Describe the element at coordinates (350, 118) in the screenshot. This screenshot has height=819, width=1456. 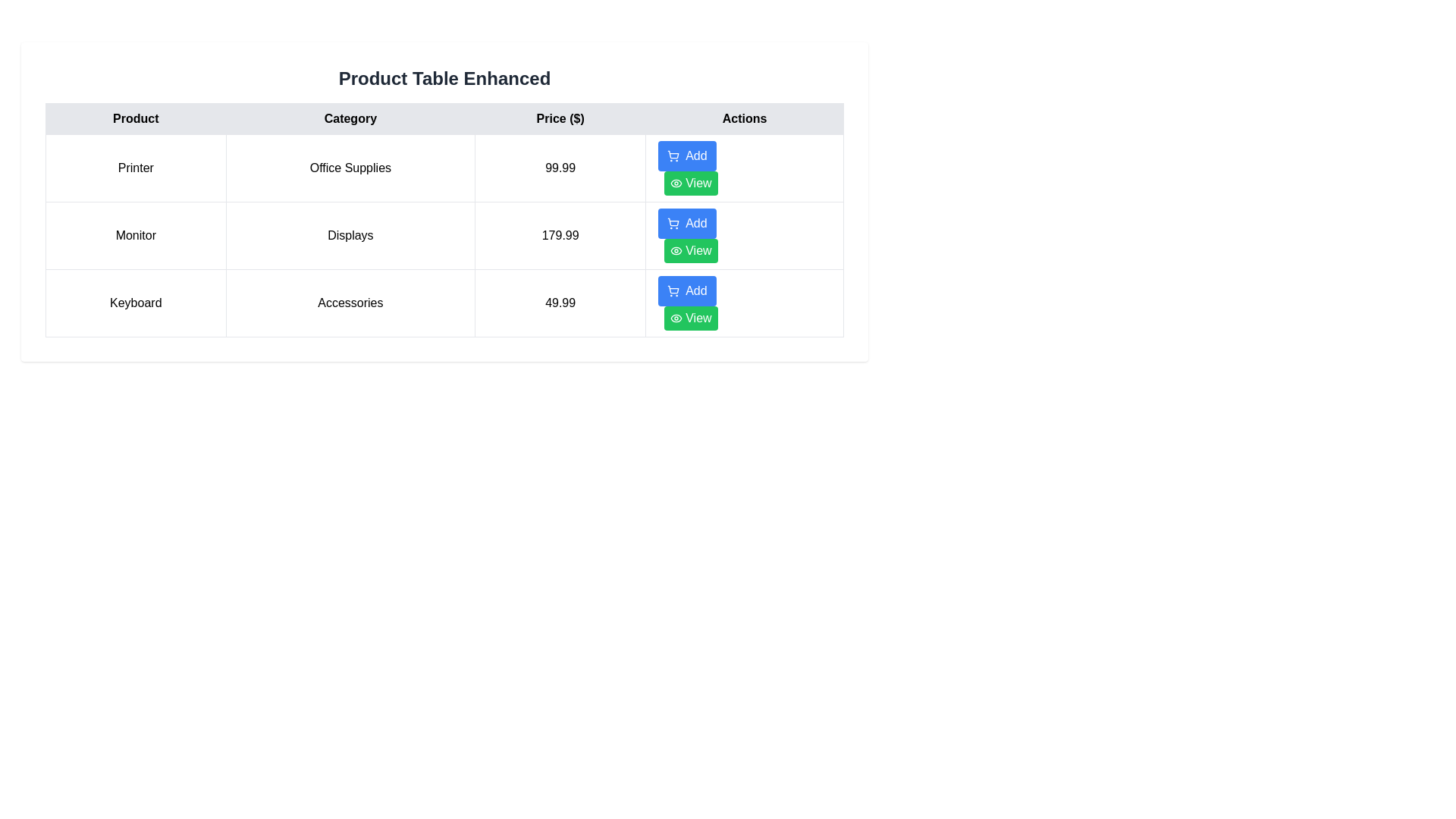
I see `text content of the table header cell labeled 'Category', which is styled with a light gray background and black text, located in the second position of the header row` at that location.